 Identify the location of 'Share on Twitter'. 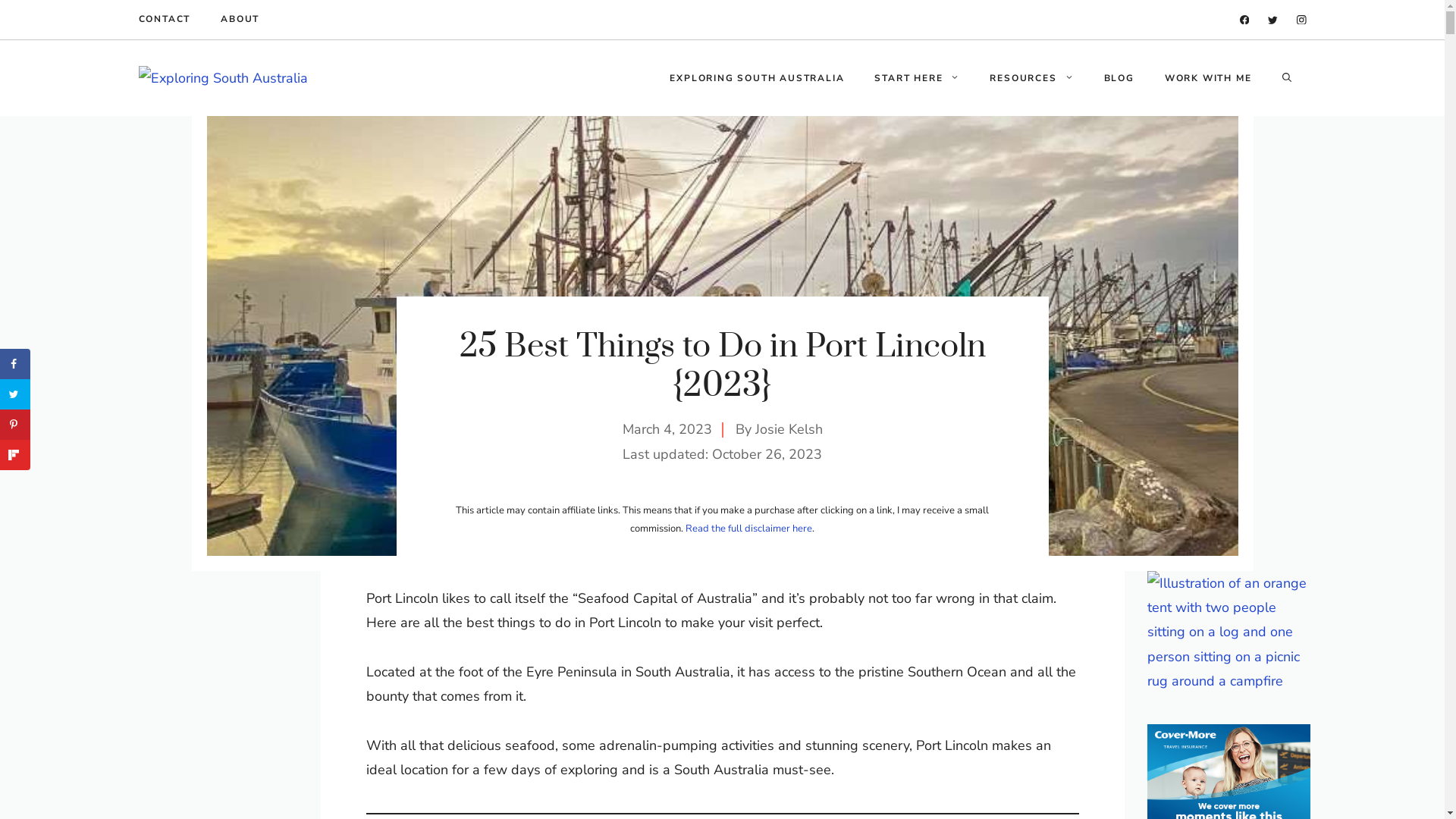
(0, 394).